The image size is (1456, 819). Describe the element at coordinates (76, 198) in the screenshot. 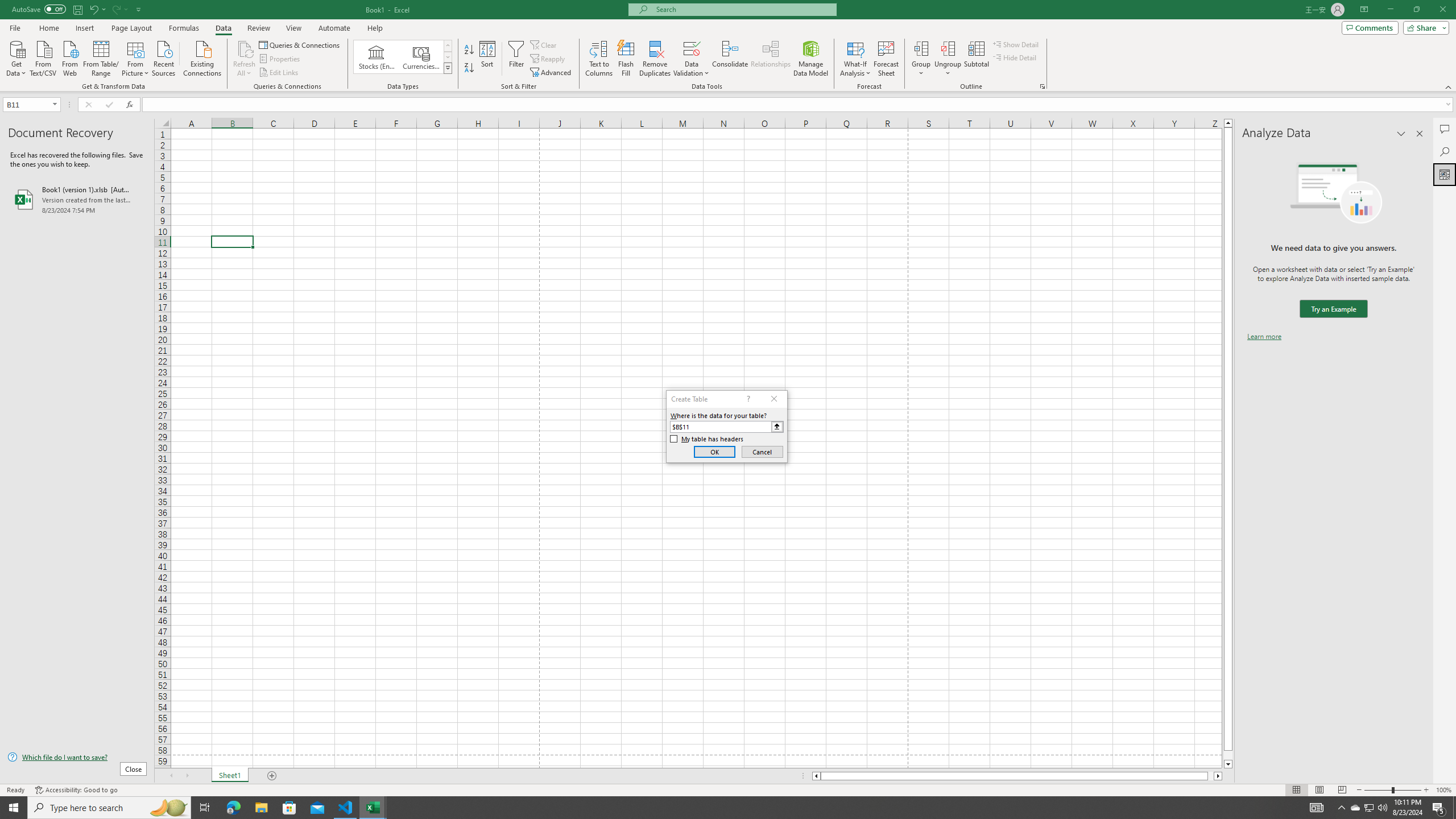

I see `'Book1 (version 1).xlsb  [AutoRecovered]'` at that location.